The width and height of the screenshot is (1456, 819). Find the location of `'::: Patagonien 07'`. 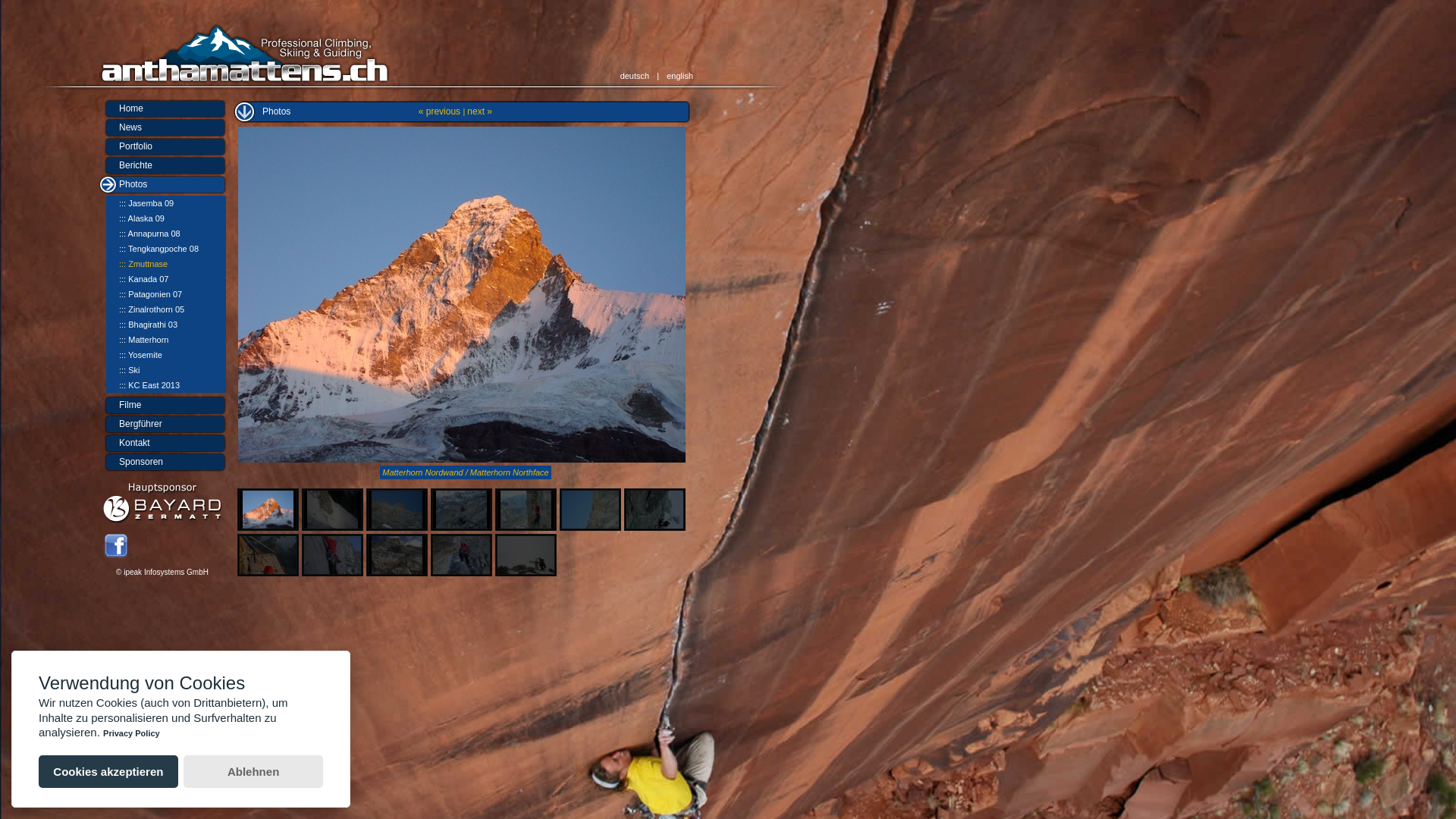

'::: Patagonien 07' is located at coordinates (140, 294).